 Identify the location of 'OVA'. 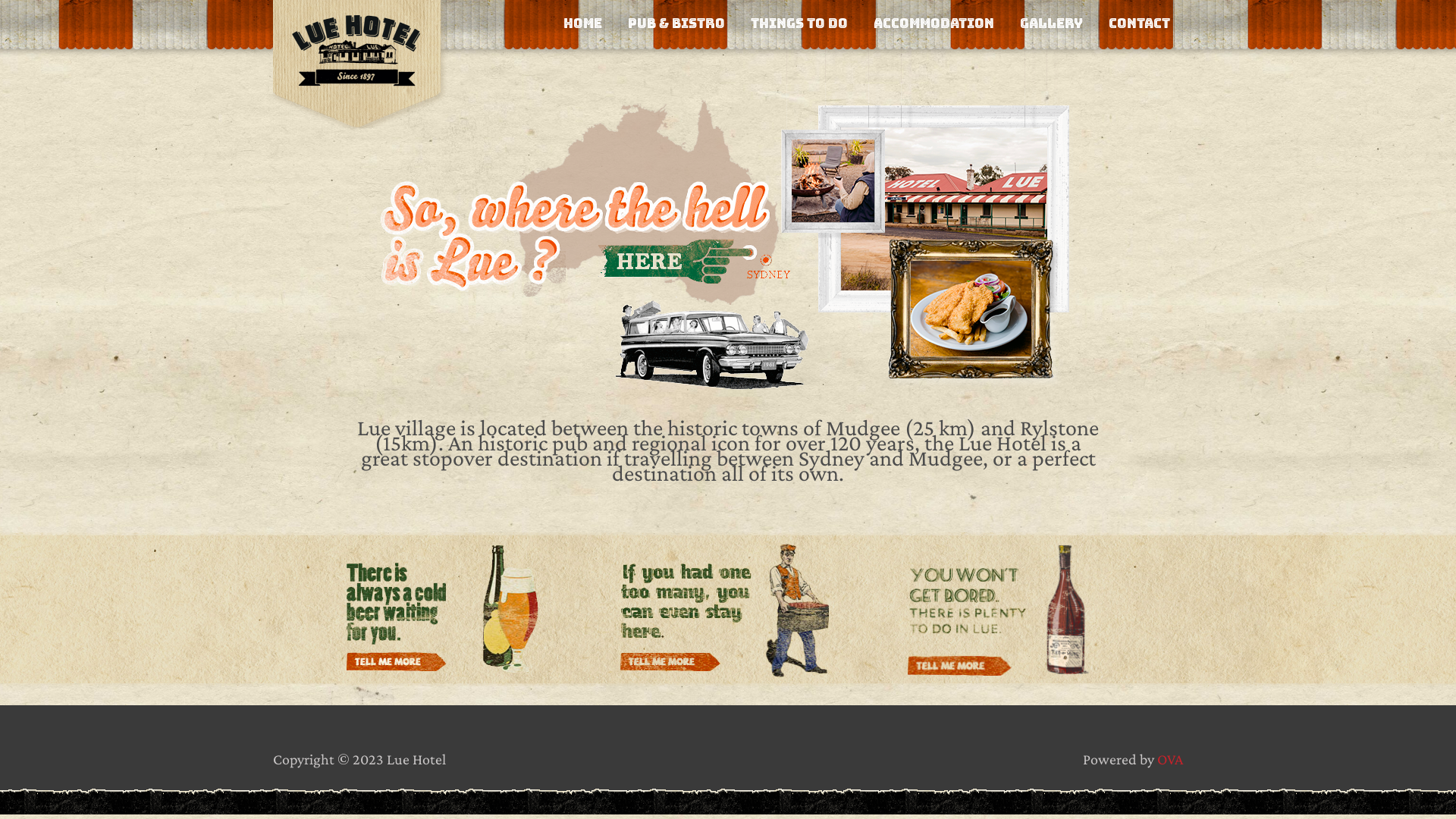
(1169, 759).